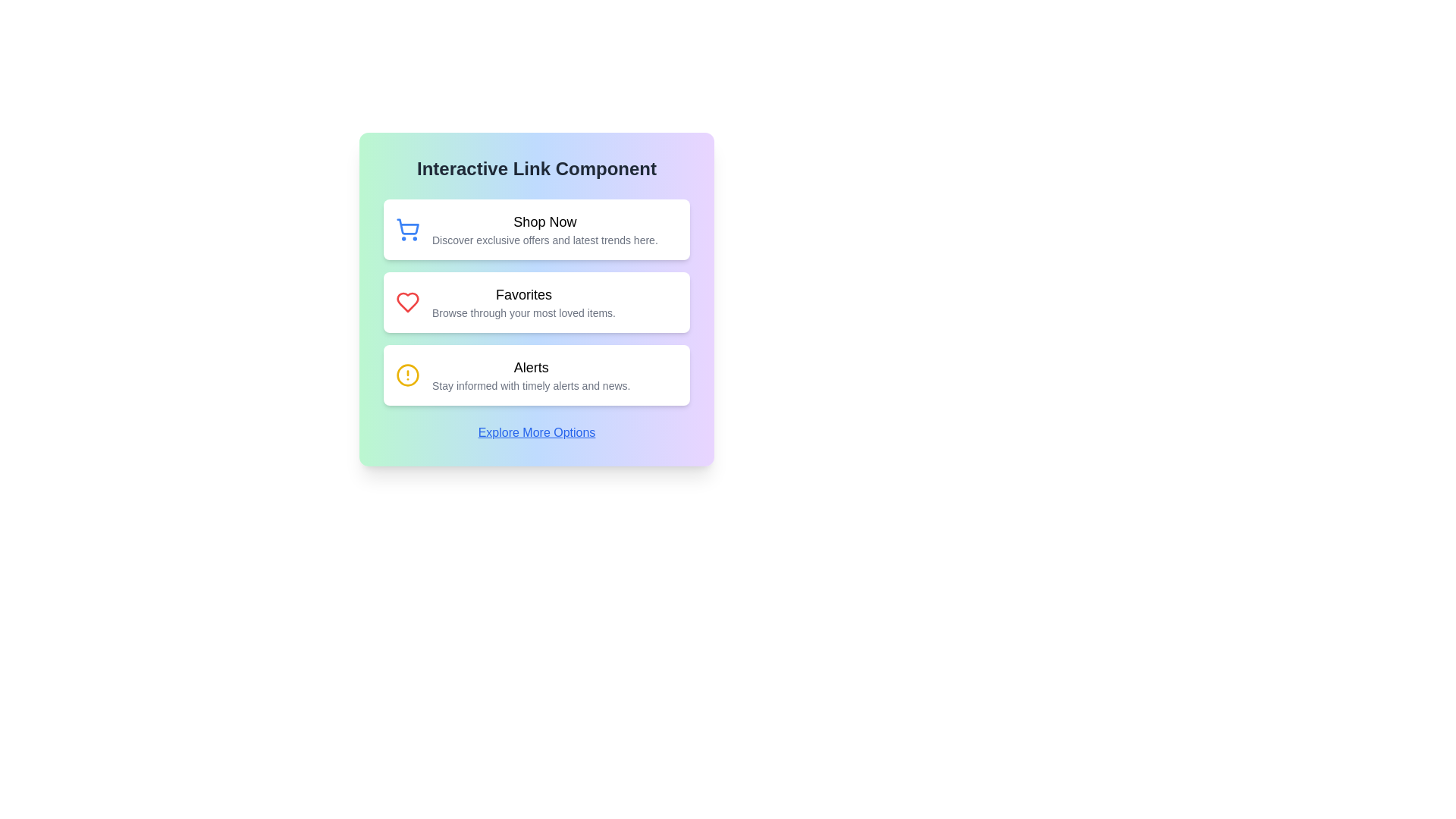 The height and width of the screenshot is (819, 1456). What do you see at coordinates (536, 432) in the screenshot?
I see `the hyperlink located at the bottom-center of the 'Interactive Link Component' card to change its color` at bounding box center [536, 432].